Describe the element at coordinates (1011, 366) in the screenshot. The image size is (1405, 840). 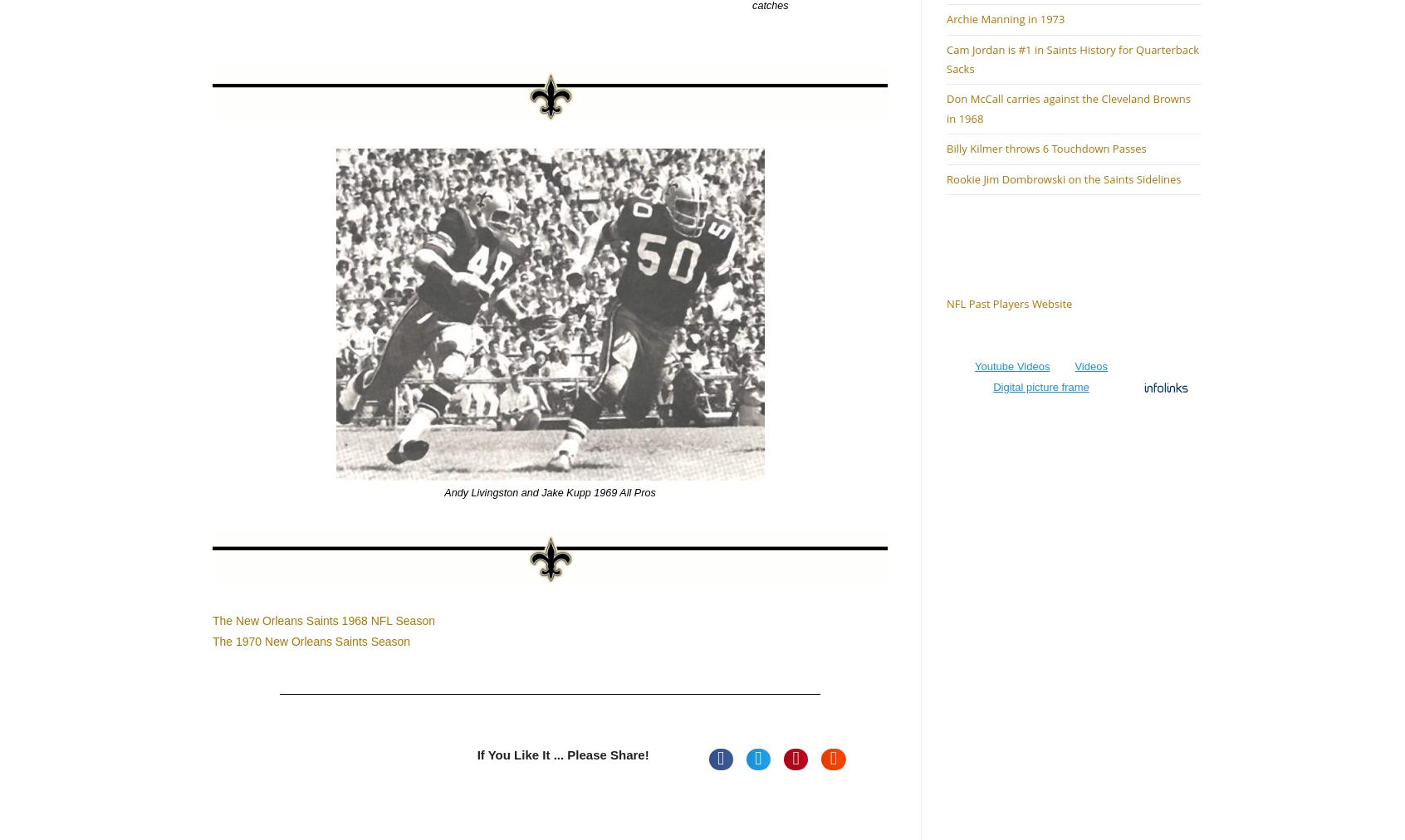
I see `'Youtube Videos'` at that location.